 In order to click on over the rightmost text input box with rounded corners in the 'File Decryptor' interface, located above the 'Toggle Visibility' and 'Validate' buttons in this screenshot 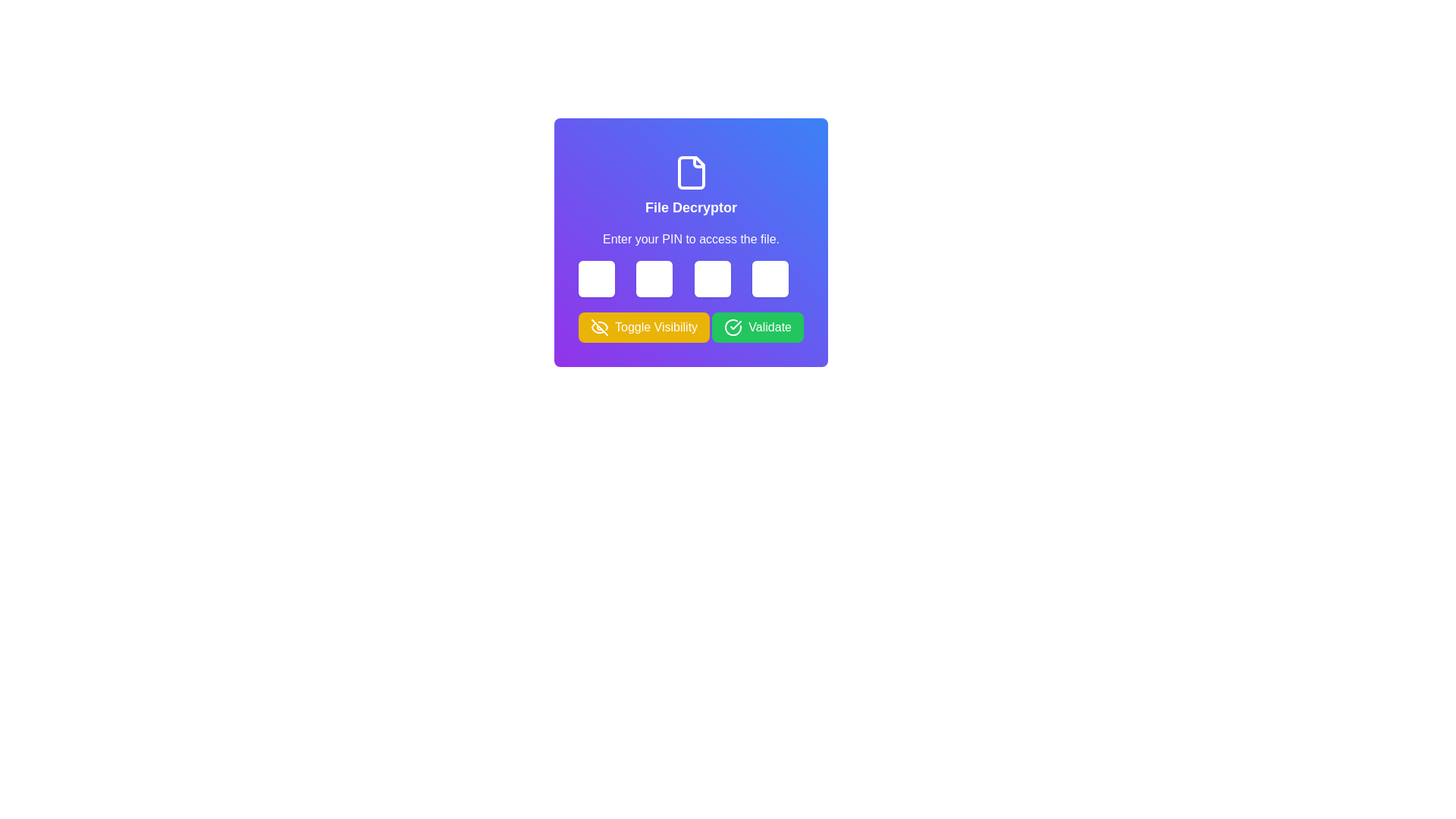, I will do `click(770, 278)`.